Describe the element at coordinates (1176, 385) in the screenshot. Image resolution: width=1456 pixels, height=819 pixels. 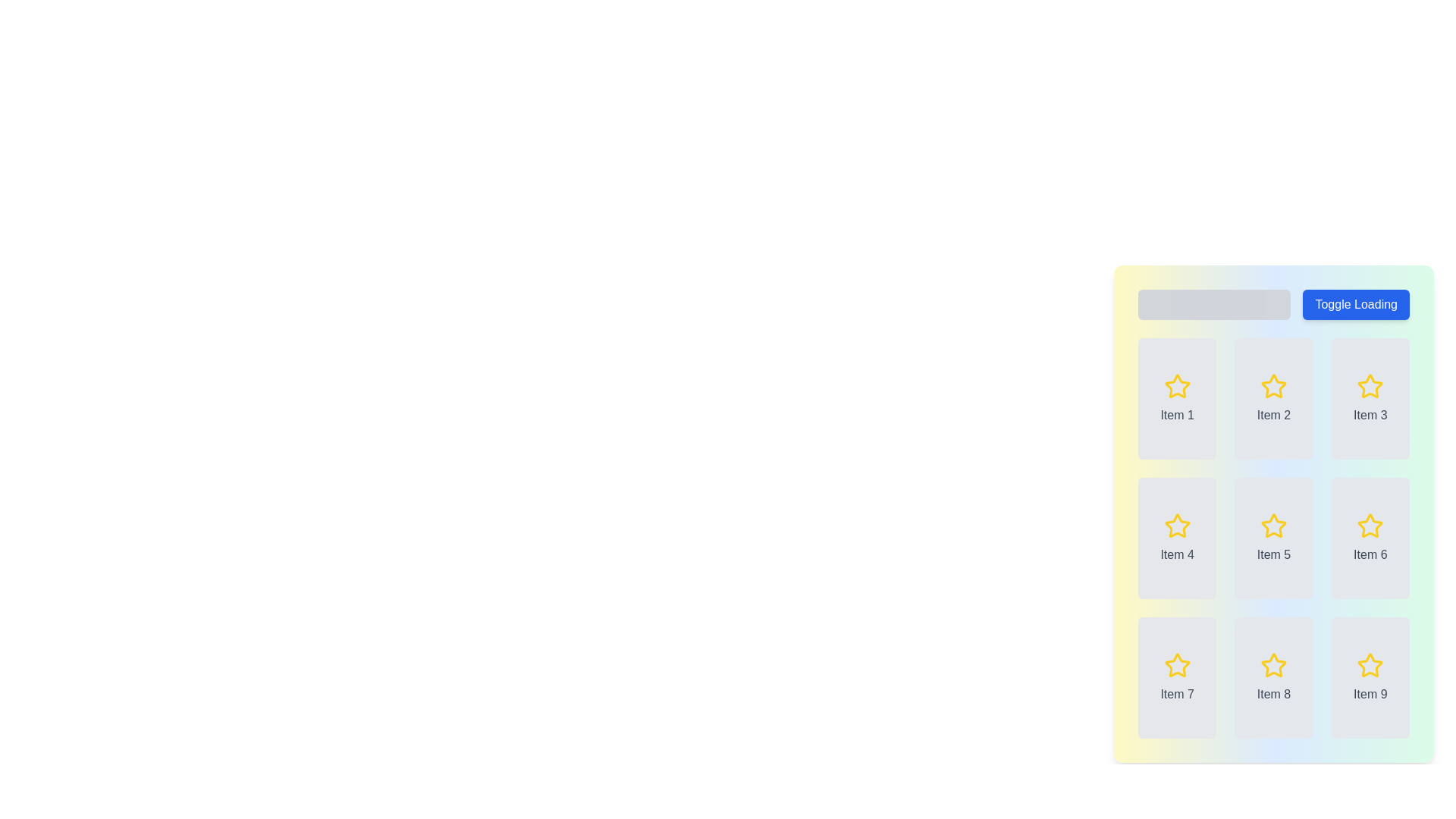
I see `the star icon representing 'Item 1', located in the top-left cell of the 3x3 grid layout, directly above the 'Item 1' text` at that location.